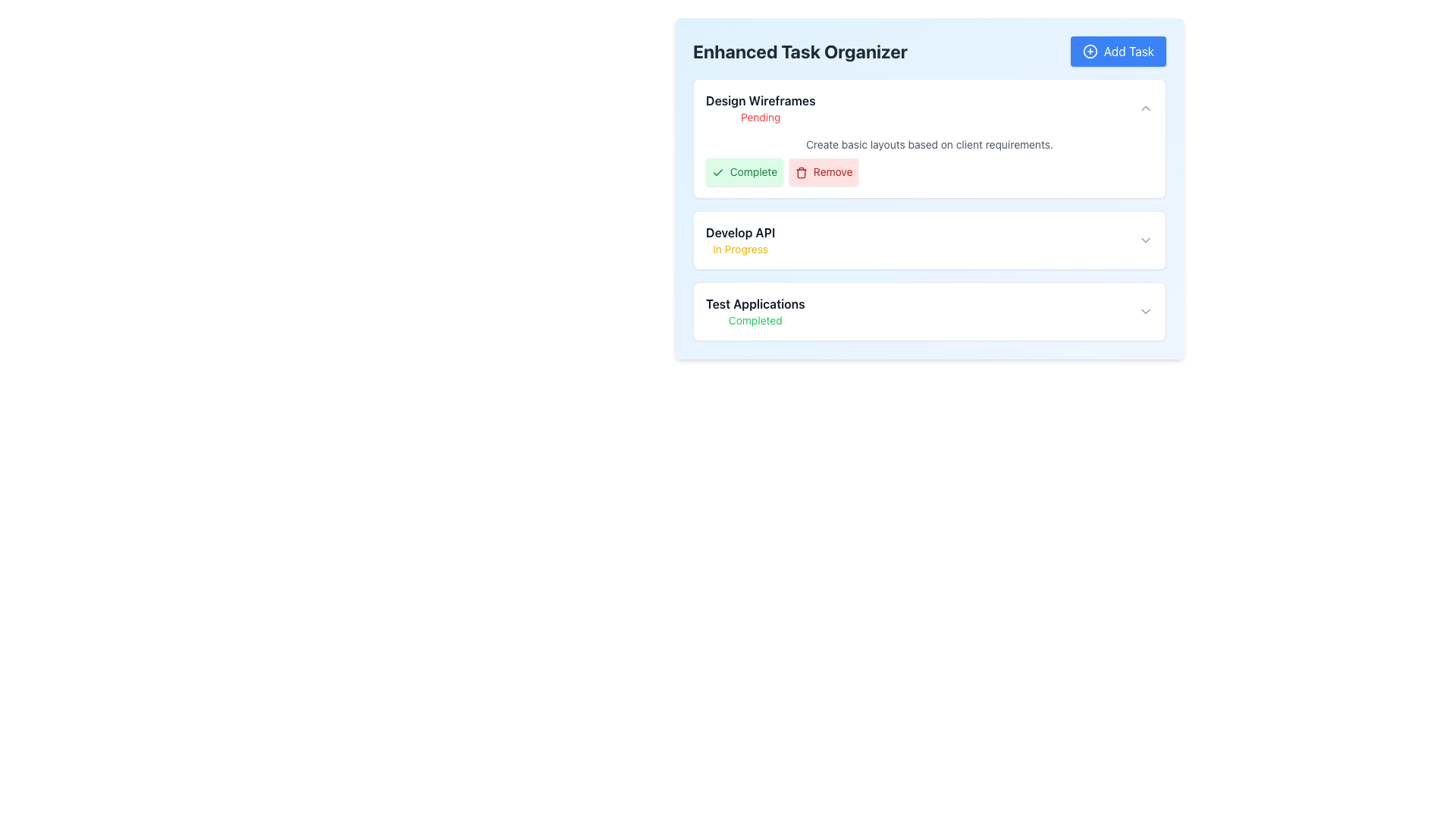 Image resolution: width=1456 pixels, height=819 pixels. I want to click on the second task descriptor label in the task organizer, which includes bold task name text and smaller status text, so click(740, 239).